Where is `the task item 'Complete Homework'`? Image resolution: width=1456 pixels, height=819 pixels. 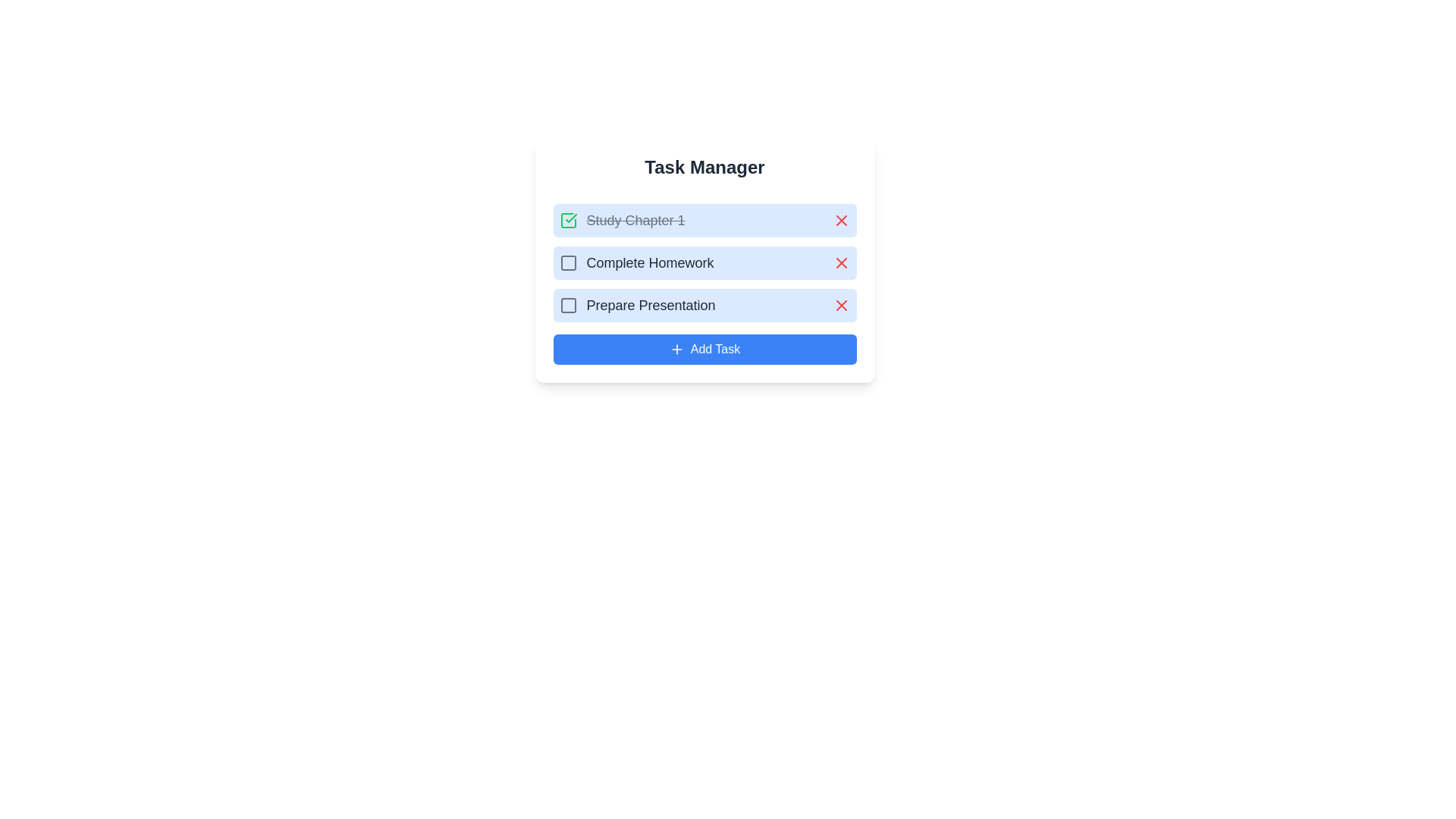
the task item 'Complete Homework' is located at coordinates (704, 262).